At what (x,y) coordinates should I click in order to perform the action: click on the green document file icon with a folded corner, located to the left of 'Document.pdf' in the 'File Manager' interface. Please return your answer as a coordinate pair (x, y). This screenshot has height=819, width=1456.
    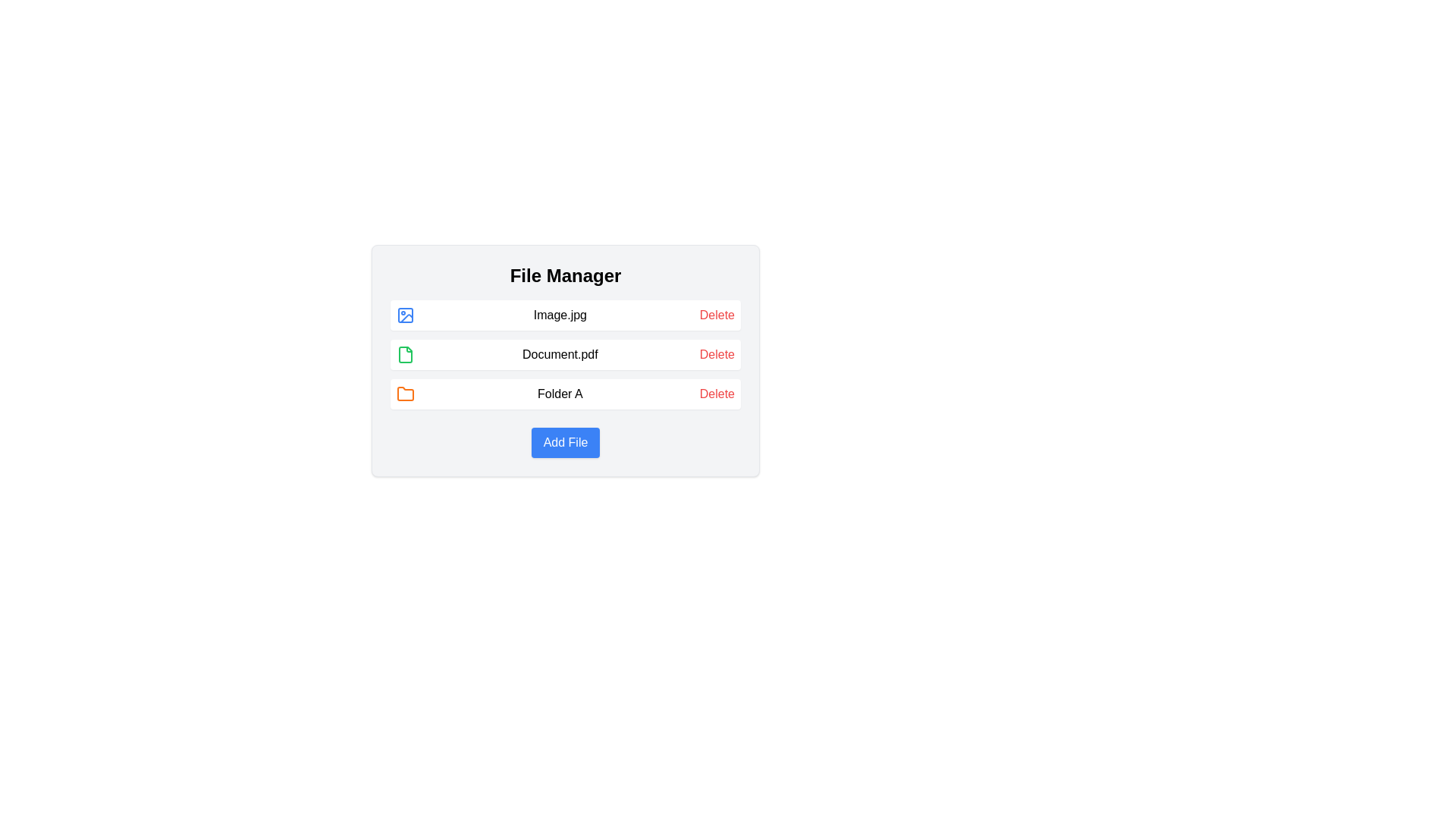
    Looking at the image, I should click on (405, 354).